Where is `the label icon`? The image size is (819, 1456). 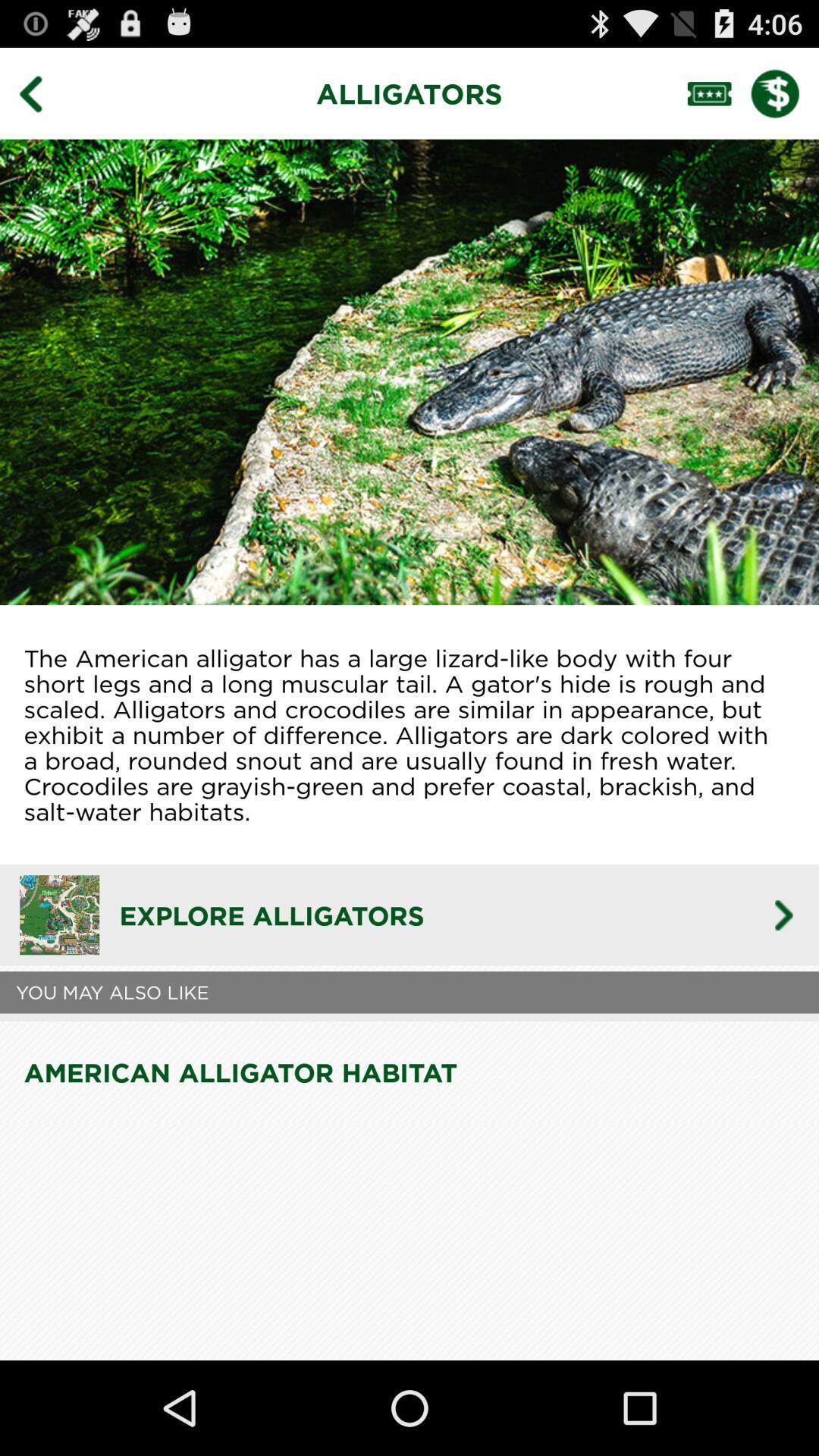 the label icon is located at coordinates (718, 99).